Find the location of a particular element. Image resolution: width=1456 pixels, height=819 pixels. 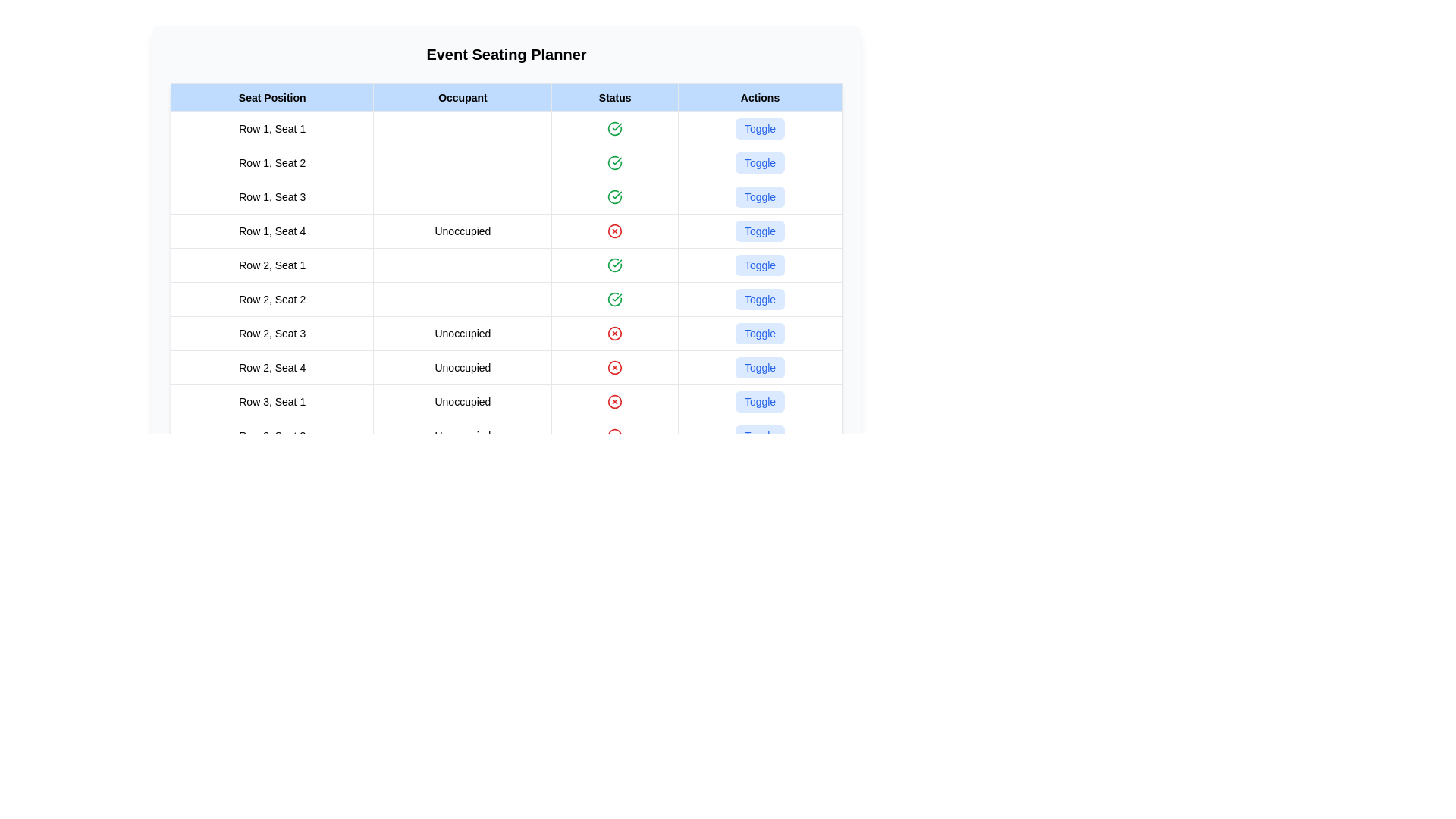

the static text label indicating 'Row 2, Seat 3' in the seating layout, which is the first item in its row under the 'Seat Position' column is located at coordinates (272, 332).